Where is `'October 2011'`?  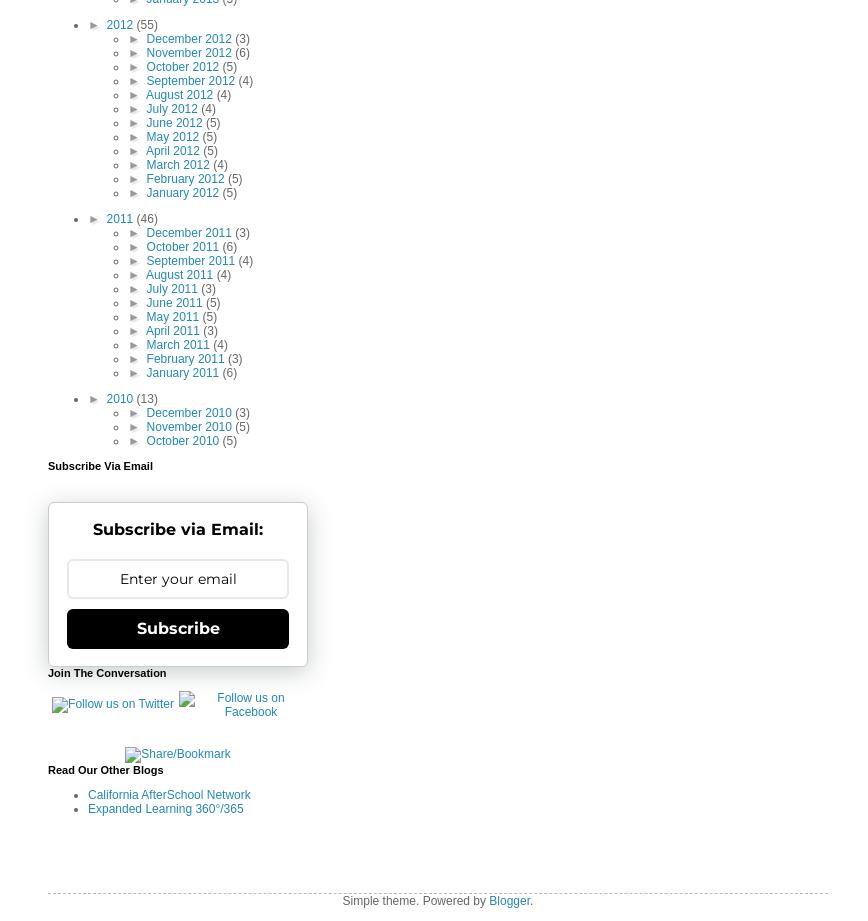 'October 2011' is located at coordinates (184, 246).